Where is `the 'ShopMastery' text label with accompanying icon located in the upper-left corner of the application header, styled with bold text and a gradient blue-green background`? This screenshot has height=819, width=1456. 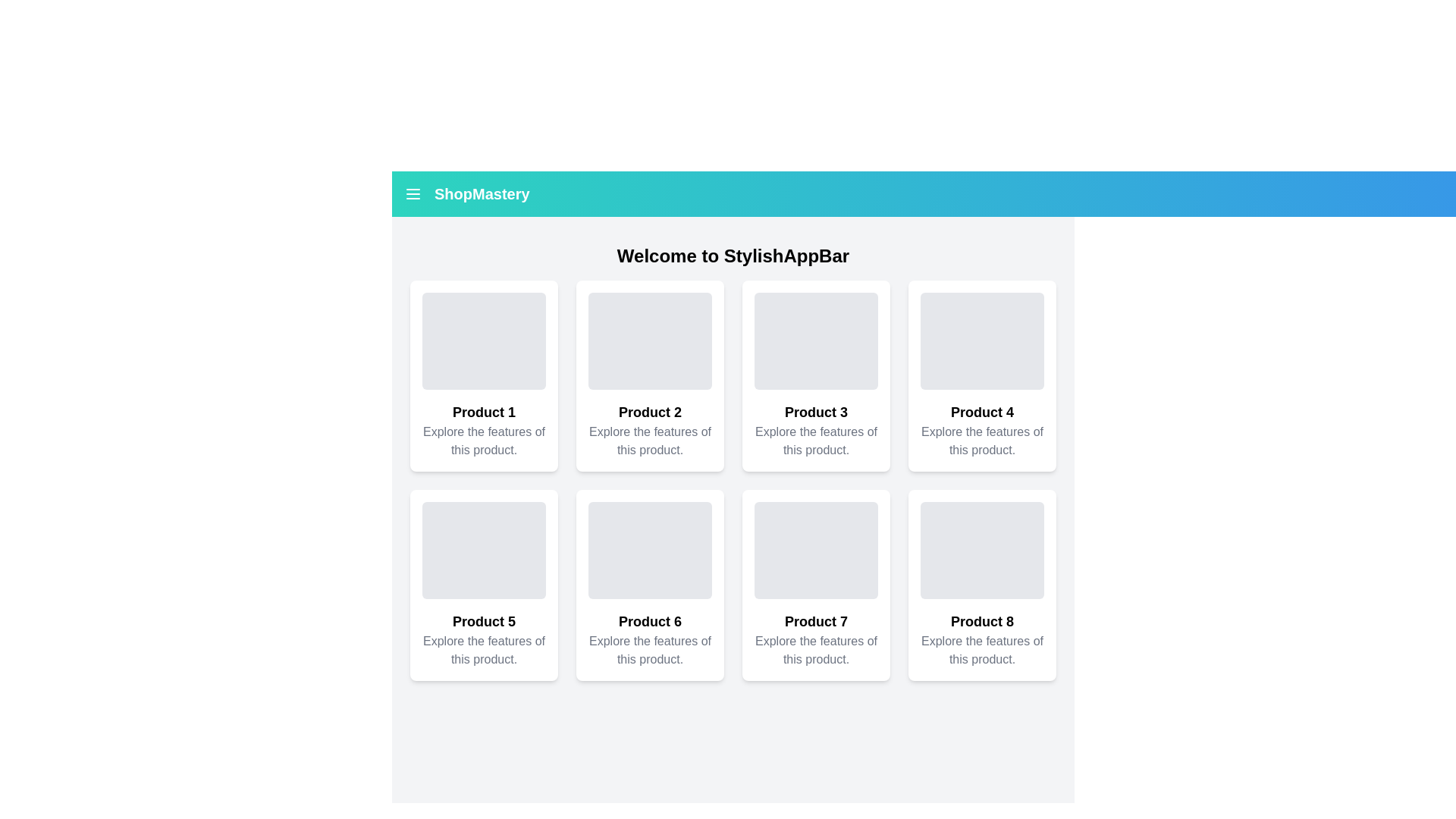 the 'ShopMastery' text label with accompanying icon located in the upper-left corner of the application header, styled with bold text and a gradient blue-green background is located at coordinates (466, 193).